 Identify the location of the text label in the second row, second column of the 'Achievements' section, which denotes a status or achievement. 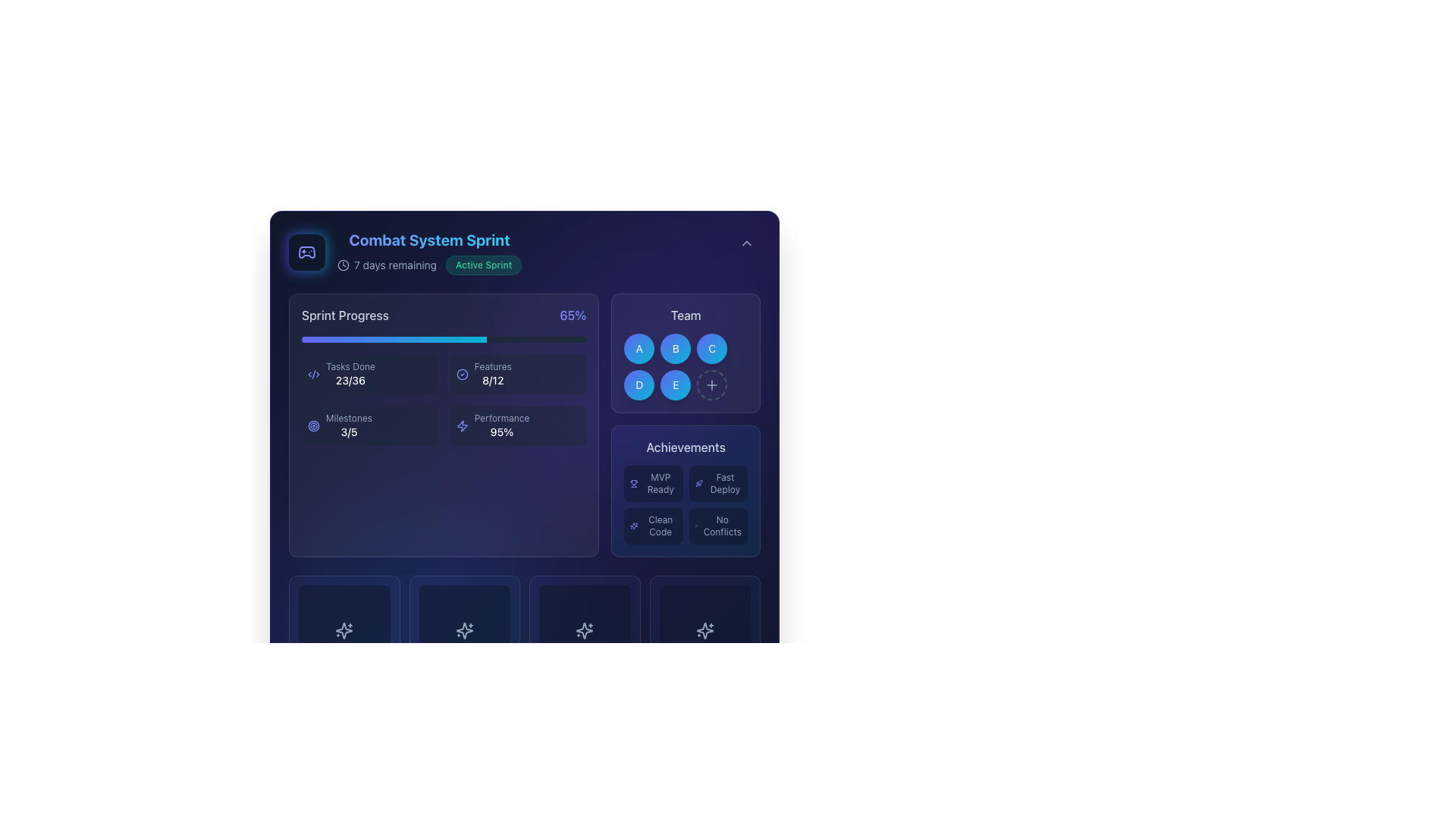
(724, 483).